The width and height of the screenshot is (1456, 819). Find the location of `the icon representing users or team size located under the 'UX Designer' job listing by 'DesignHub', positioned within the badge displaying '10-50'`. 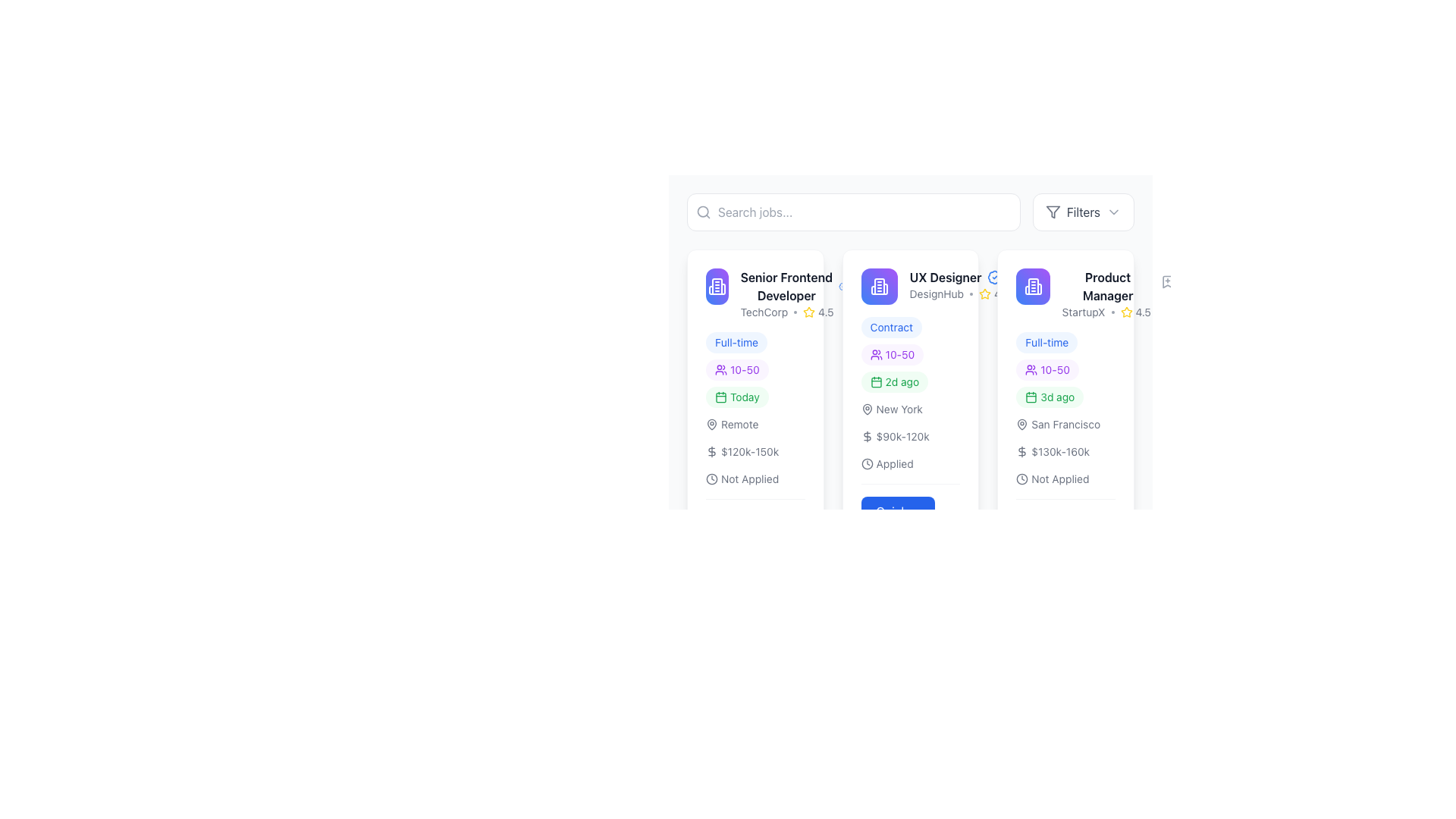

the icon representing users or team size located under the 'UX Designer' job listing by 'DesignHub', positioned within the badge displaying '10-50' is located at coordinates (720, 717).